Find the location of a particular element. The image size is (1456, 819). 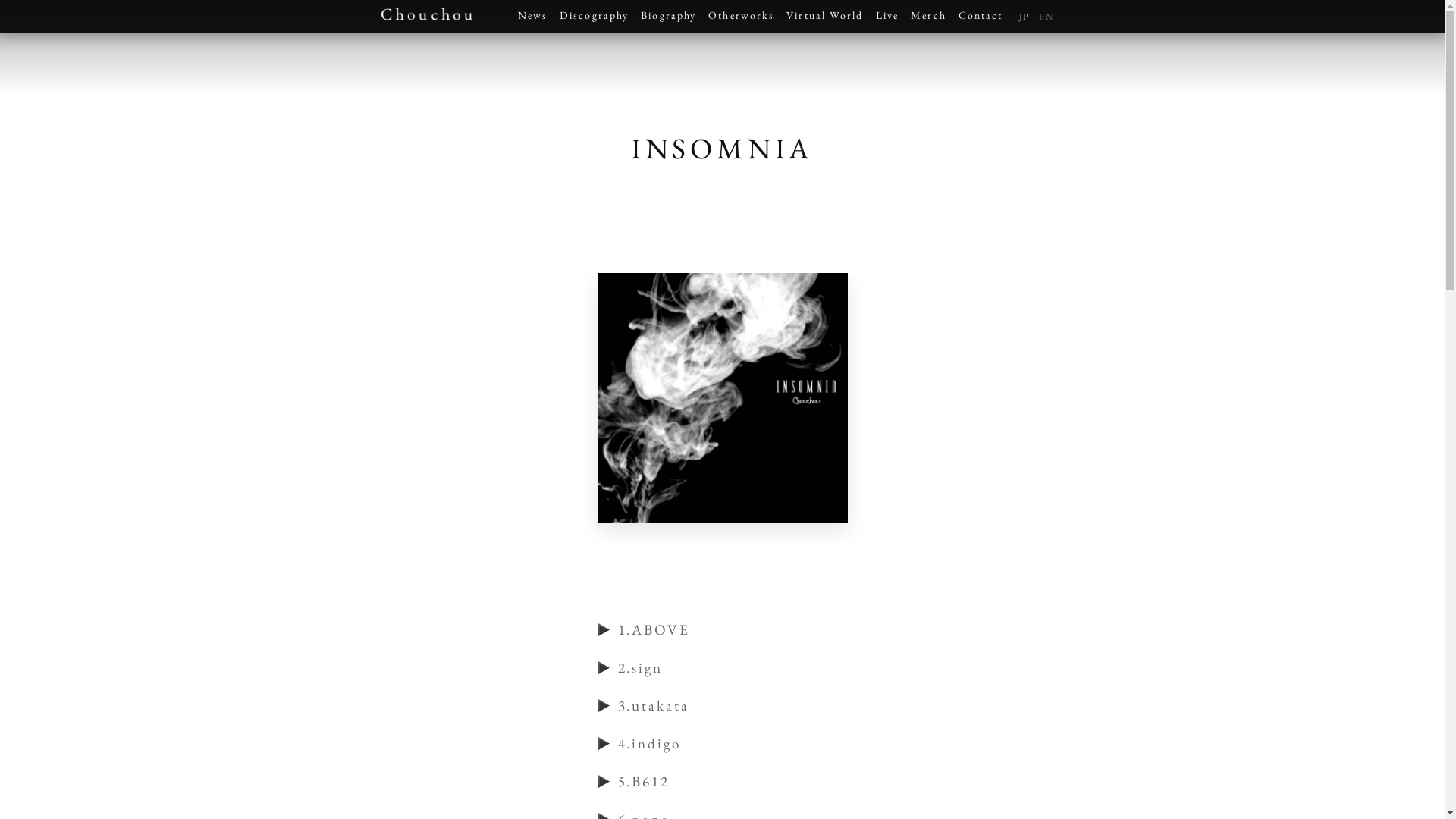

'Merch' is located at coordinates (910, 16).